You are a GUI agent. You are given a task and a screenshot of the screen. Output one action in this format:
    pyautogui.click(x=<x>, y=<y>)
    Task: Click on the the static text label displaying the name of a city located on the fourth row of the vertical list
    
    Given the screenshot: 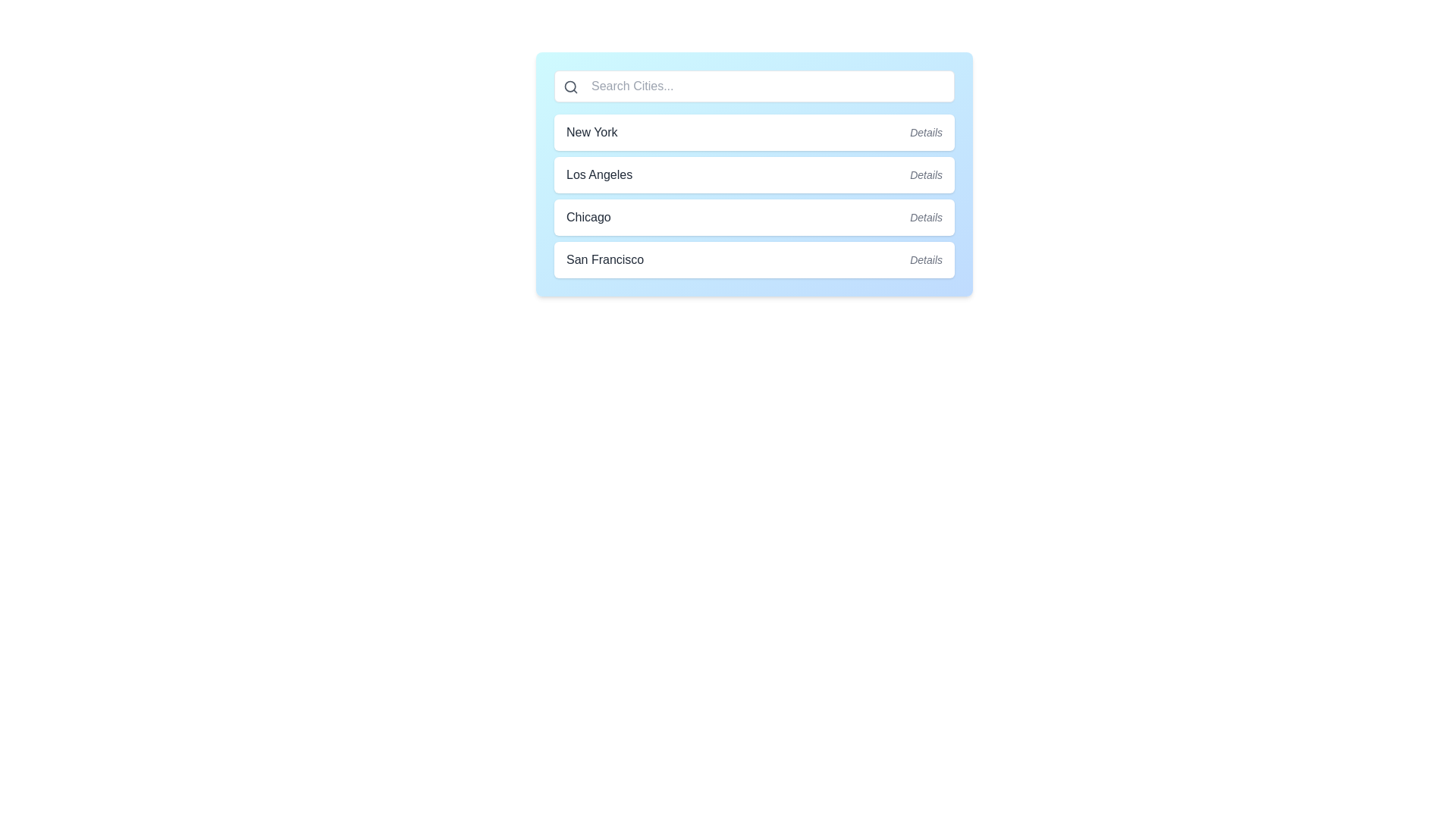 What is the action you would take?
    pyautogui.click(x=604, y=259)
    